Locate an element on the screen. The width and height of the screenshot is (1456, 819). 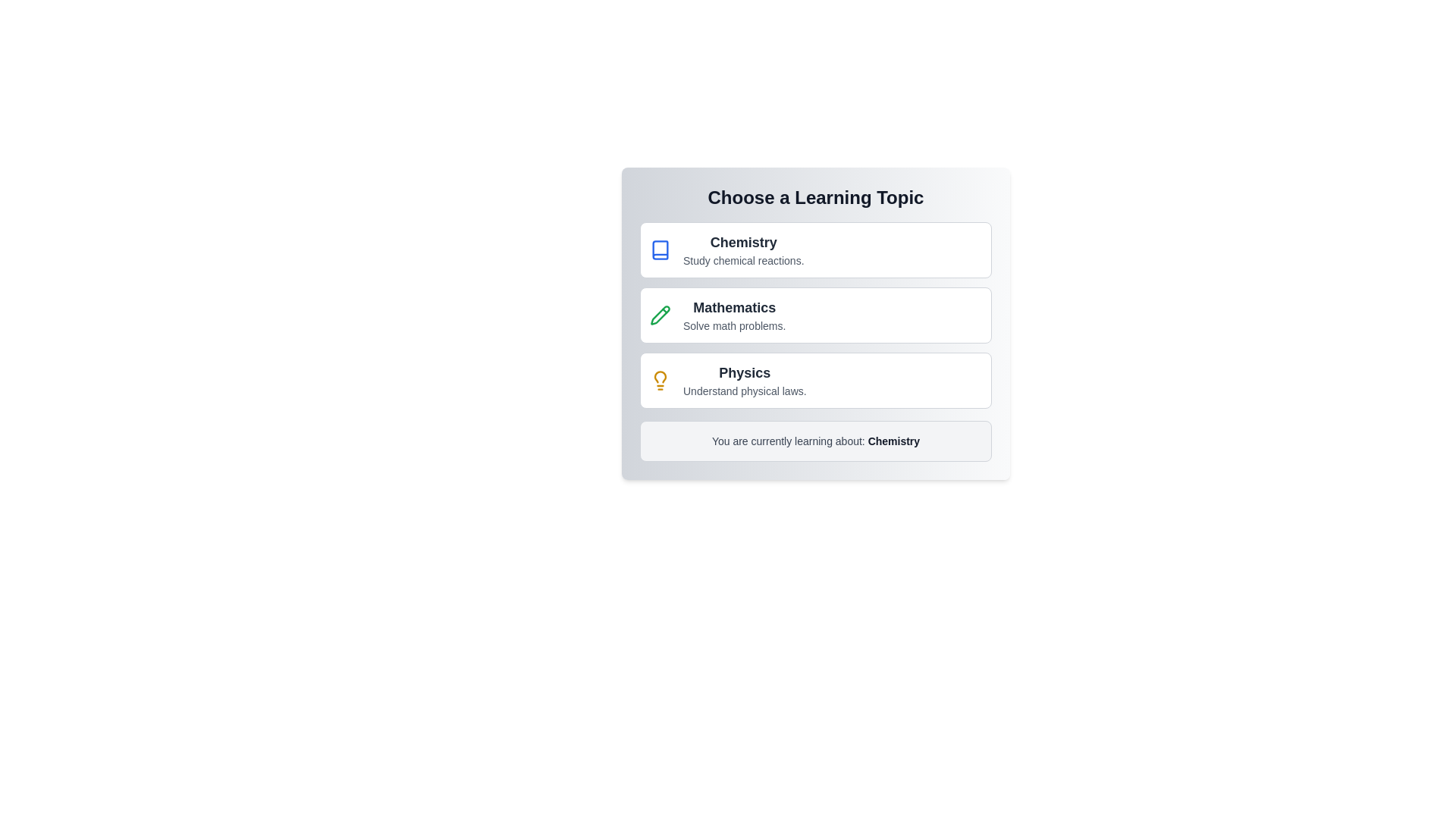
the 'Mathematics' text block, which is the second option in the list of learning topics is located at coordinates (734, 315).